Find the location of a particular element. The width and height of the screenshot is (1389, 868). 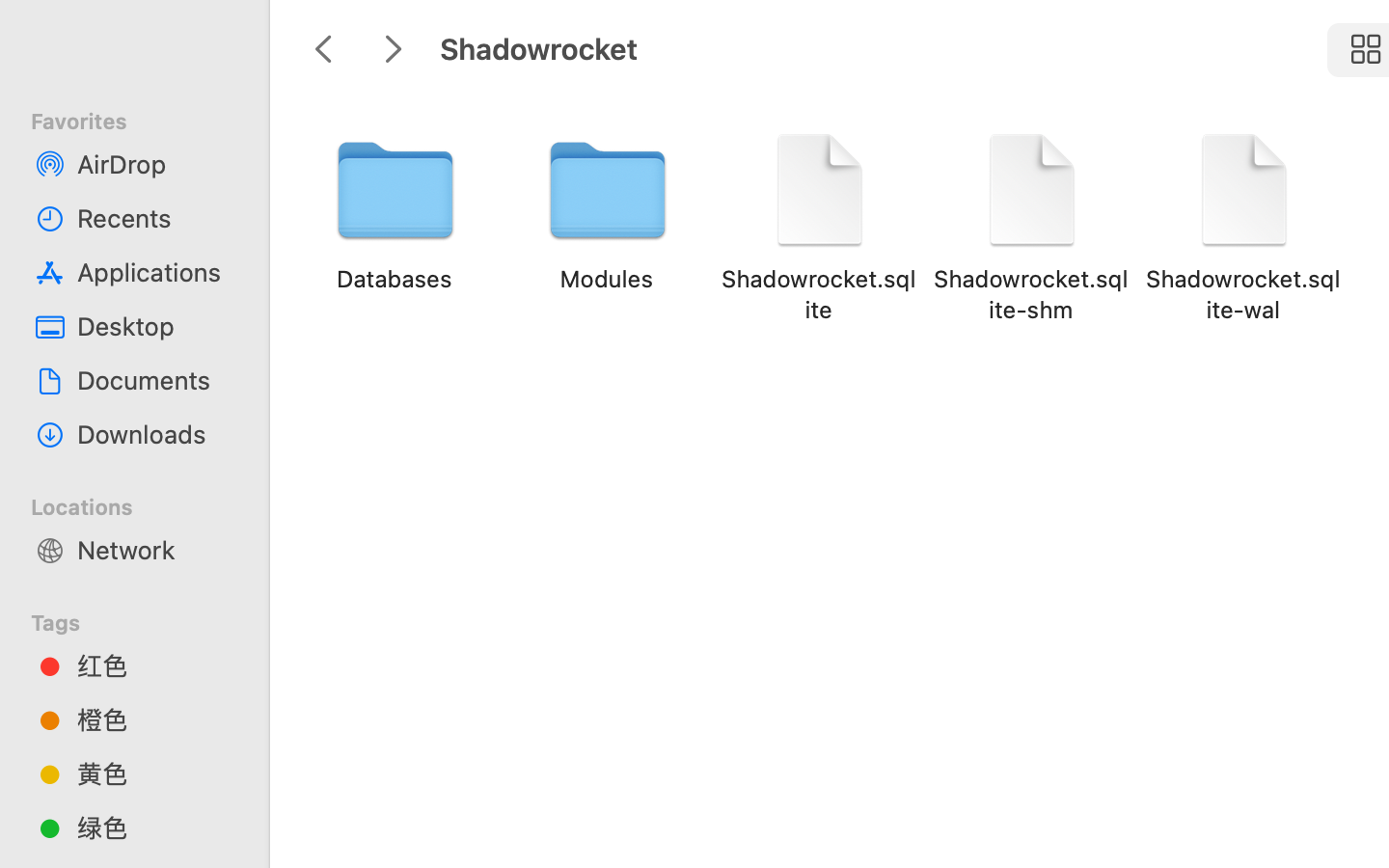

'Applications' is located at coordinates (153, 270).